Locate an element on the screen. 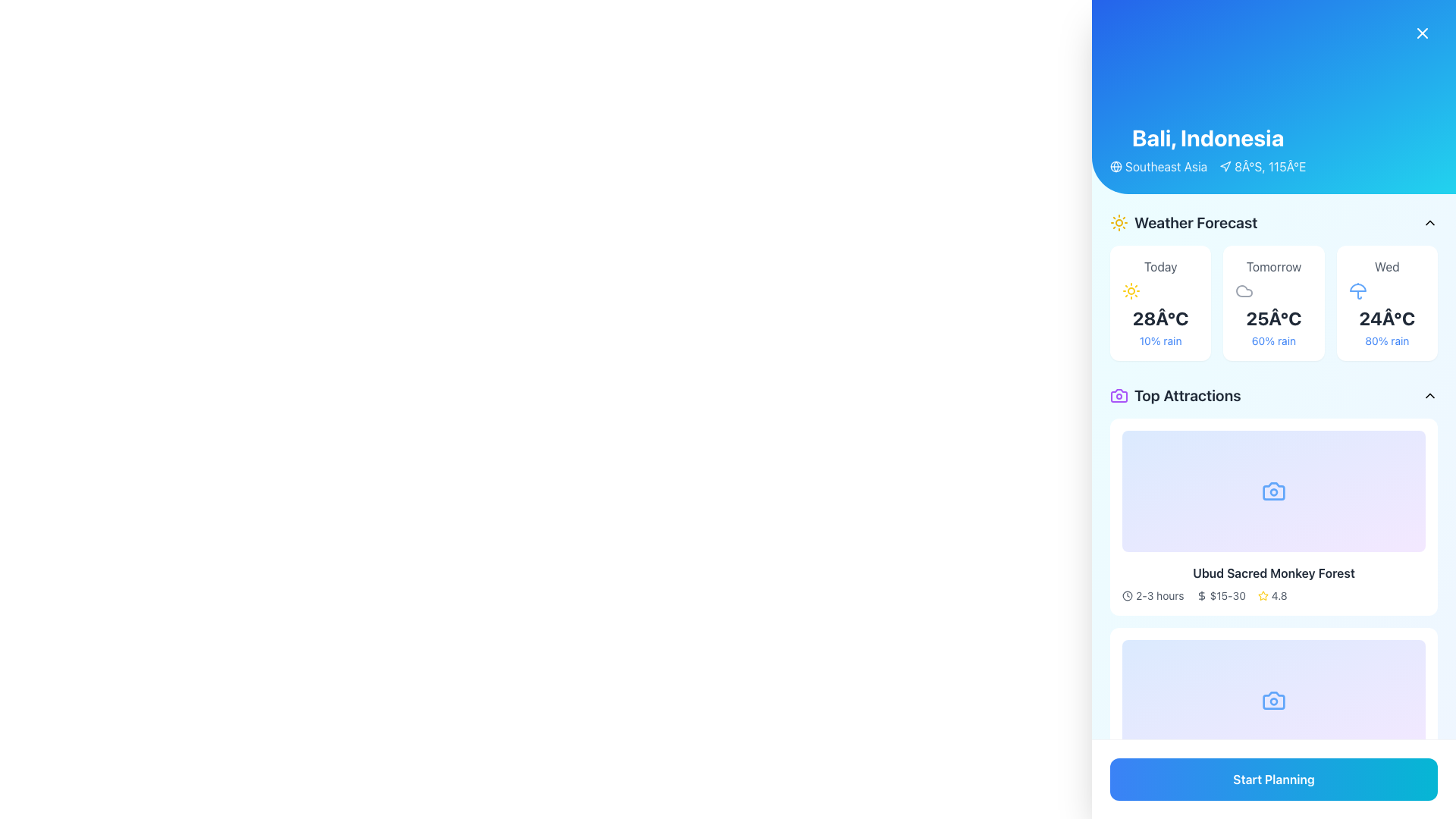 The height and width of the screenshot is (819, 1456). the informational row element displaying duration, cost, and ratings for the 'Ubud Sacred Monkey Forest' is located at coordinates (1274, 595).